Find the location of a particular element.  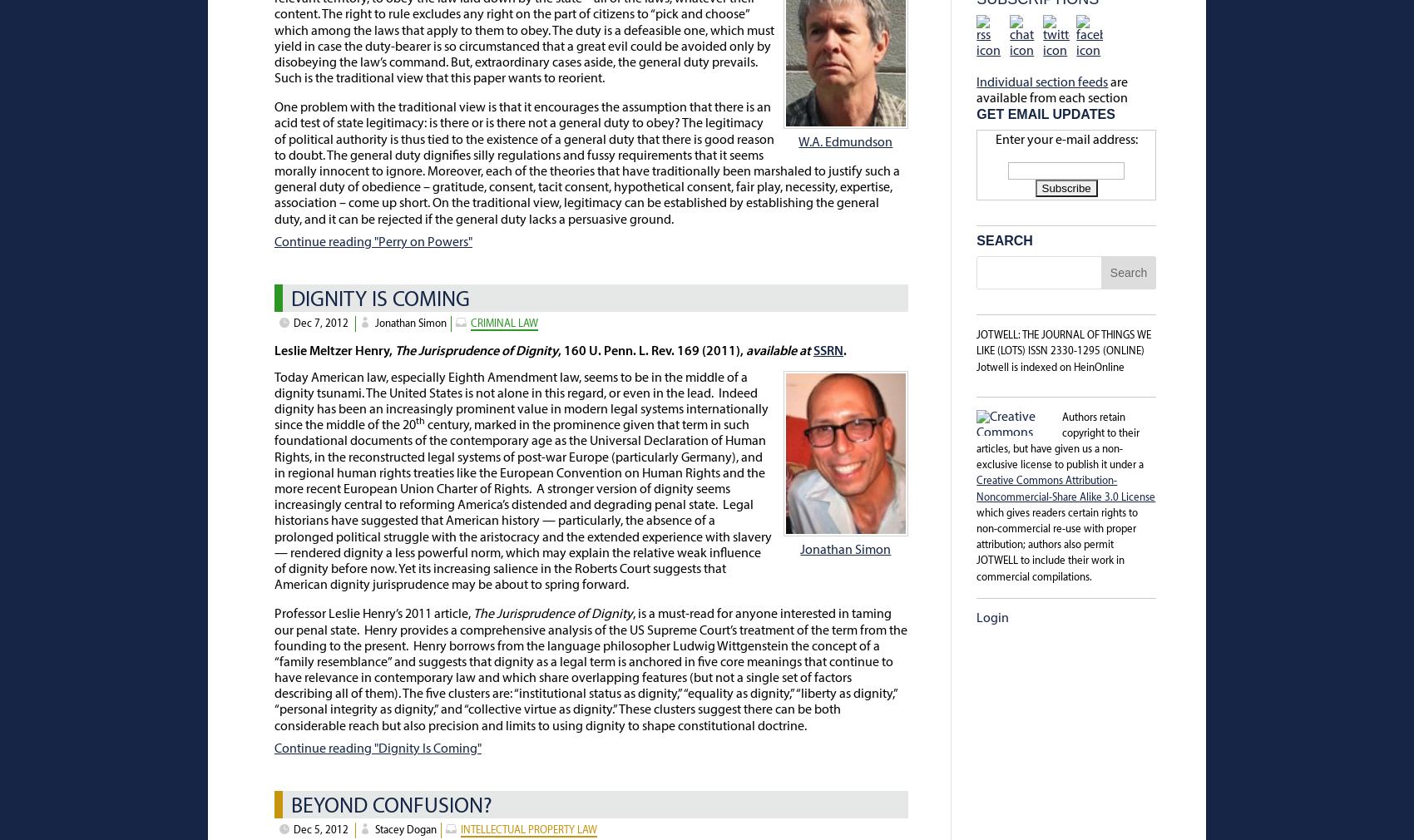

'Professor Leslie Henry’s 2011 article,' is located at coordinates (373, 614).